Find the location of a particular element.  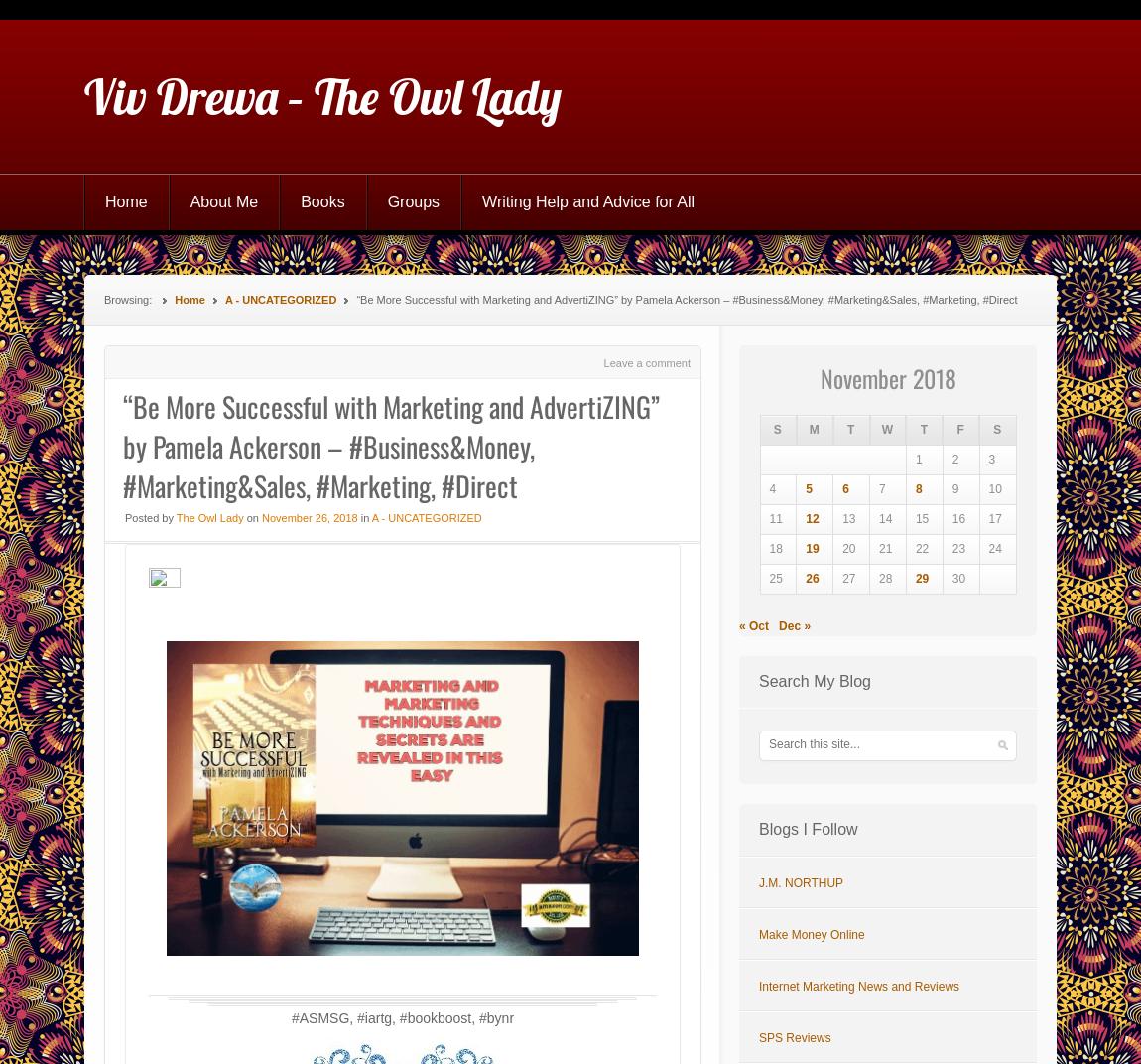

'W' is located at coordinates (881, 428).